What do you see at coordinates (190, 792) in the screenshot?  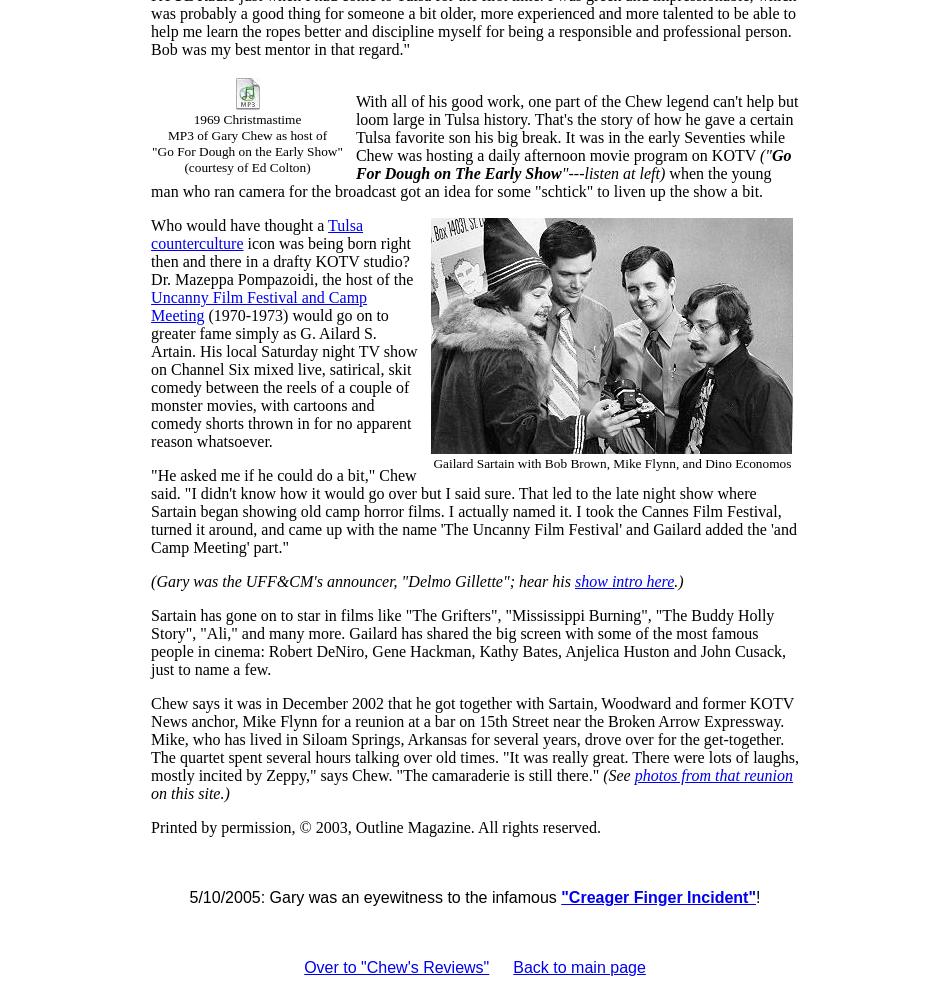 I see `'on this site.)'` at bounding box center [190, 792].